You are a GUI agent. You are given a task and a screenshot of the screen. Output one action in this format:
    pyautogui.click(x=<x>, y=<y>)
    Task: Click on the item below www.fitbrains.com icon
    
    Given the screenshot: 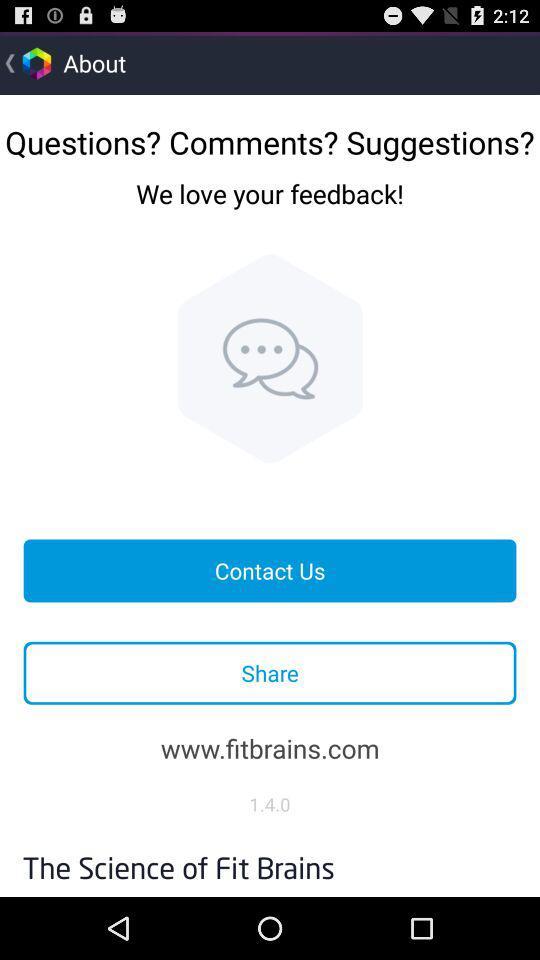 What is the action you would take?
    pyautogui.click(x=270, y=804)
    